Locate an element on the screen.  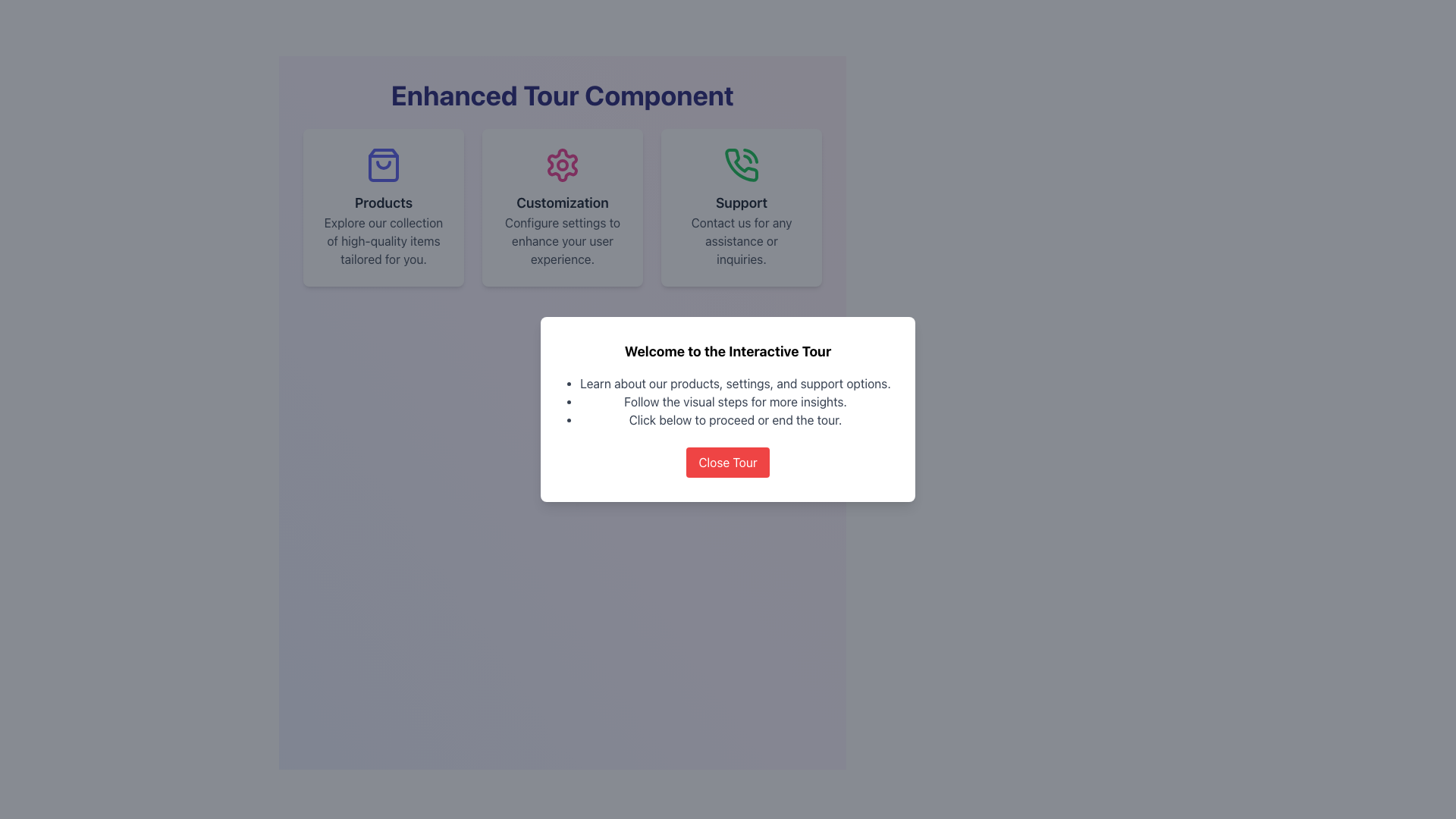
descriptive text about the 'Customization' feature located within the card labeled 'Customization', which is situated in the center column of three horizontally laid out cards is located at coordinates (562, 240).